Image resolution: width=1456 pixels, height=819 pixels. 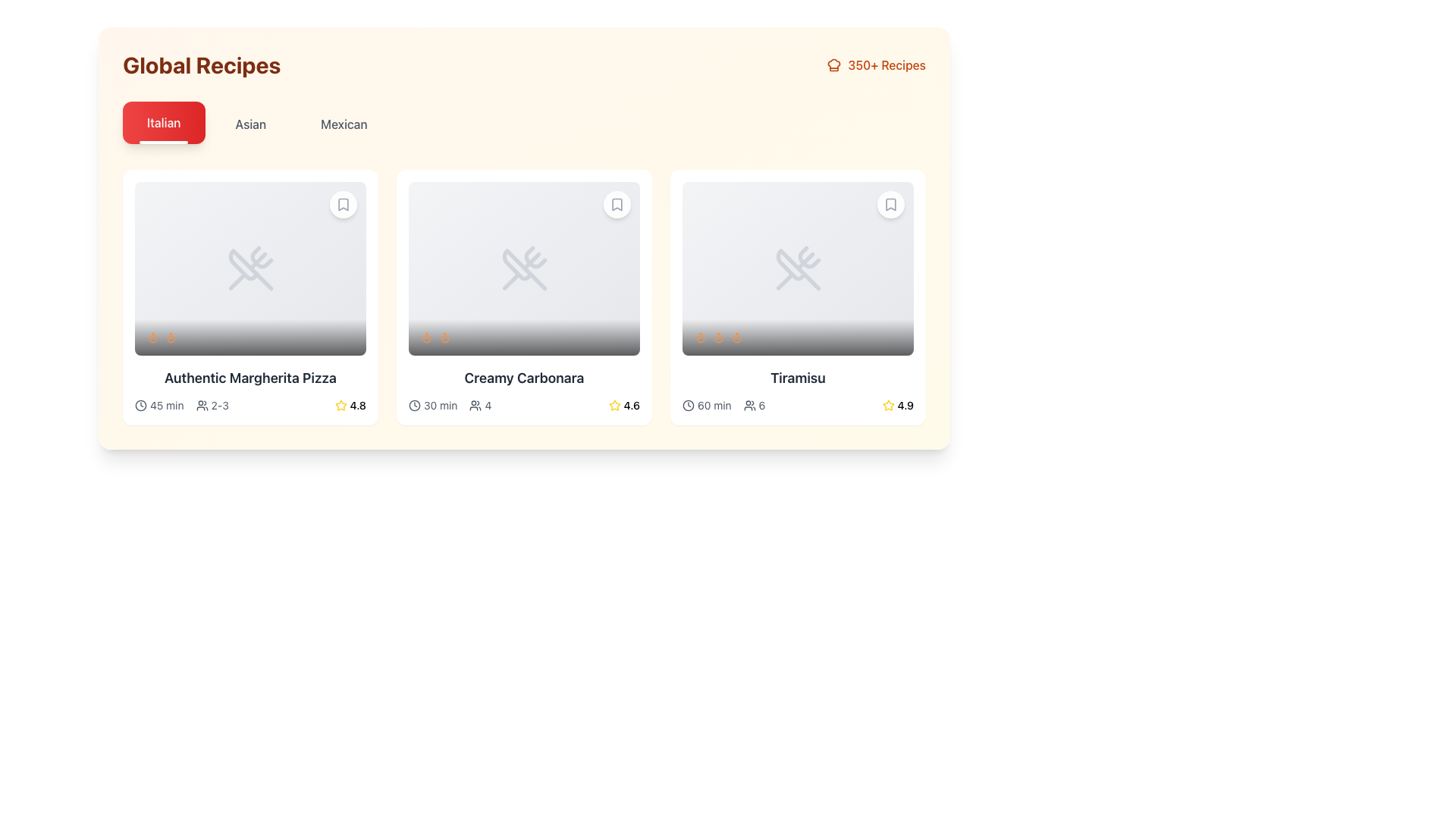 I want to click on the third flame icon indicating heat level for the 'Creamy Carbonara' recipe in the second recipe card, so click(x=444, y=335).